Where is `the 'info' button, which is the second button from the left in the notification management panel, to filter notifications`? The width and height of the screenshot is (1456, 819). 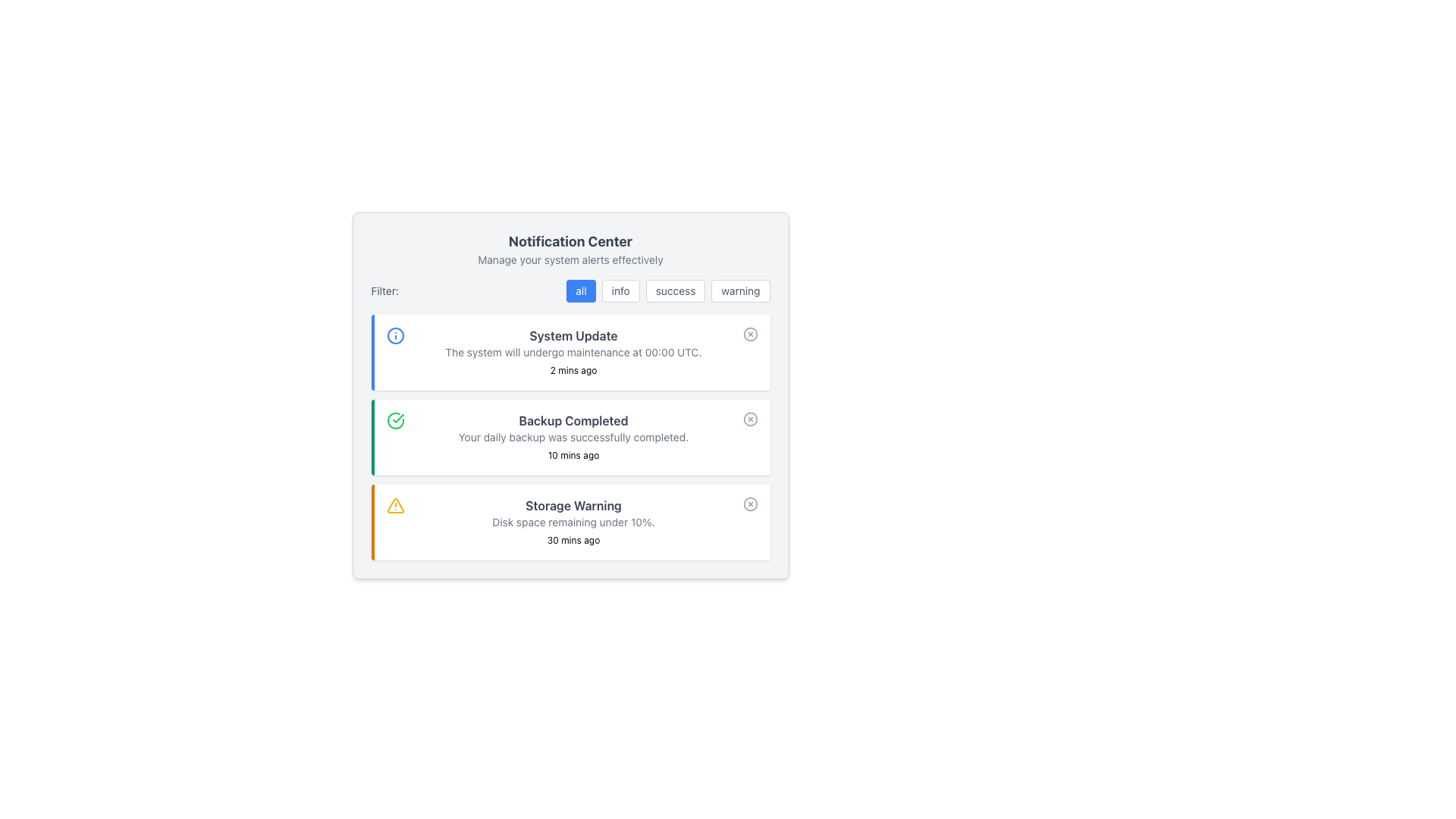 the 'info' button, which is the second button from the left in the notification management panel, to filter notifications is located at coordinates (620, 291).